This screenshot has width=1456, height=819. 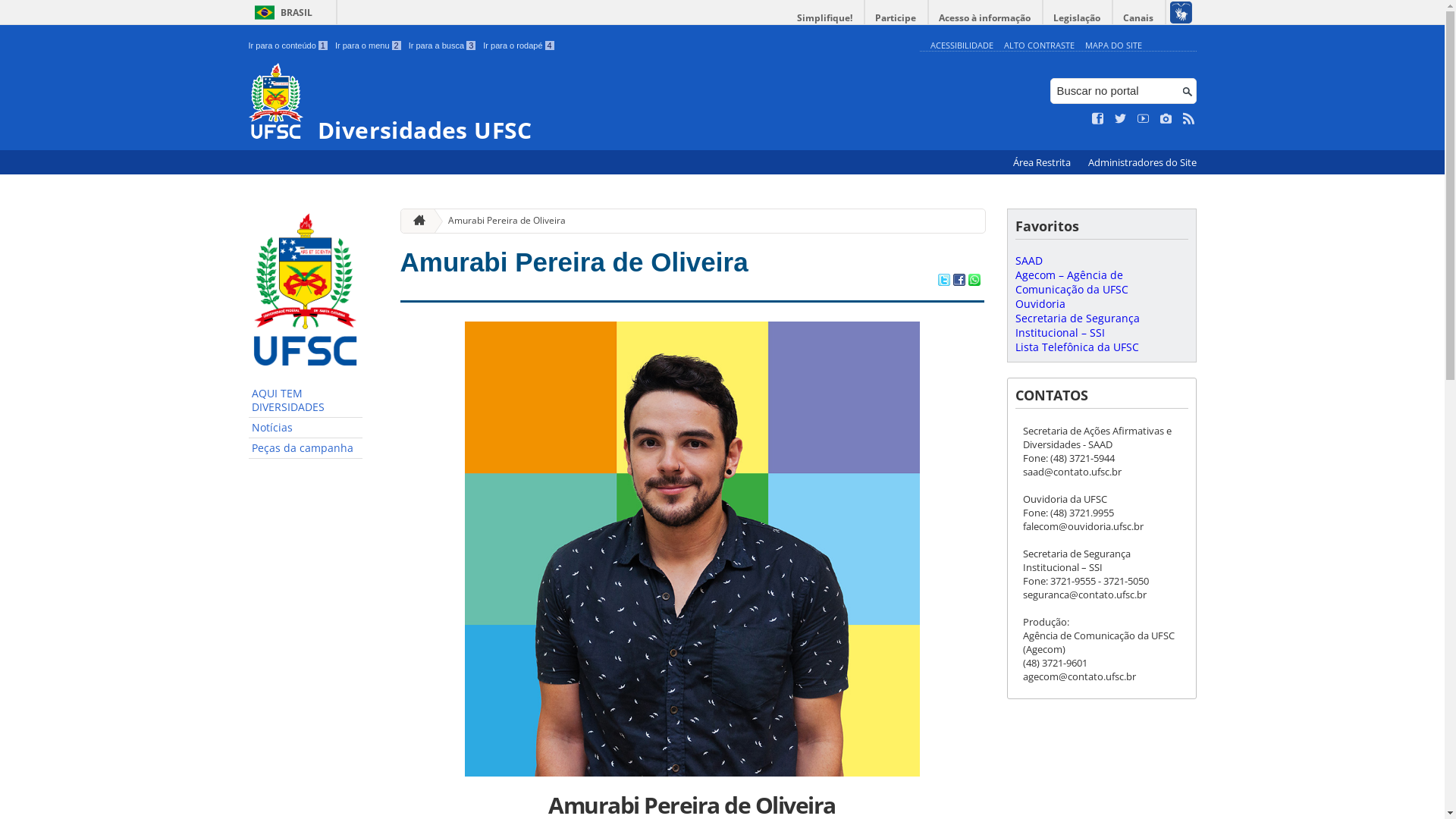 What do you see at coordinates (1039, 303) in the screenshot?
I see `'Ouvidoria'` at bounding box center [1039, 303].